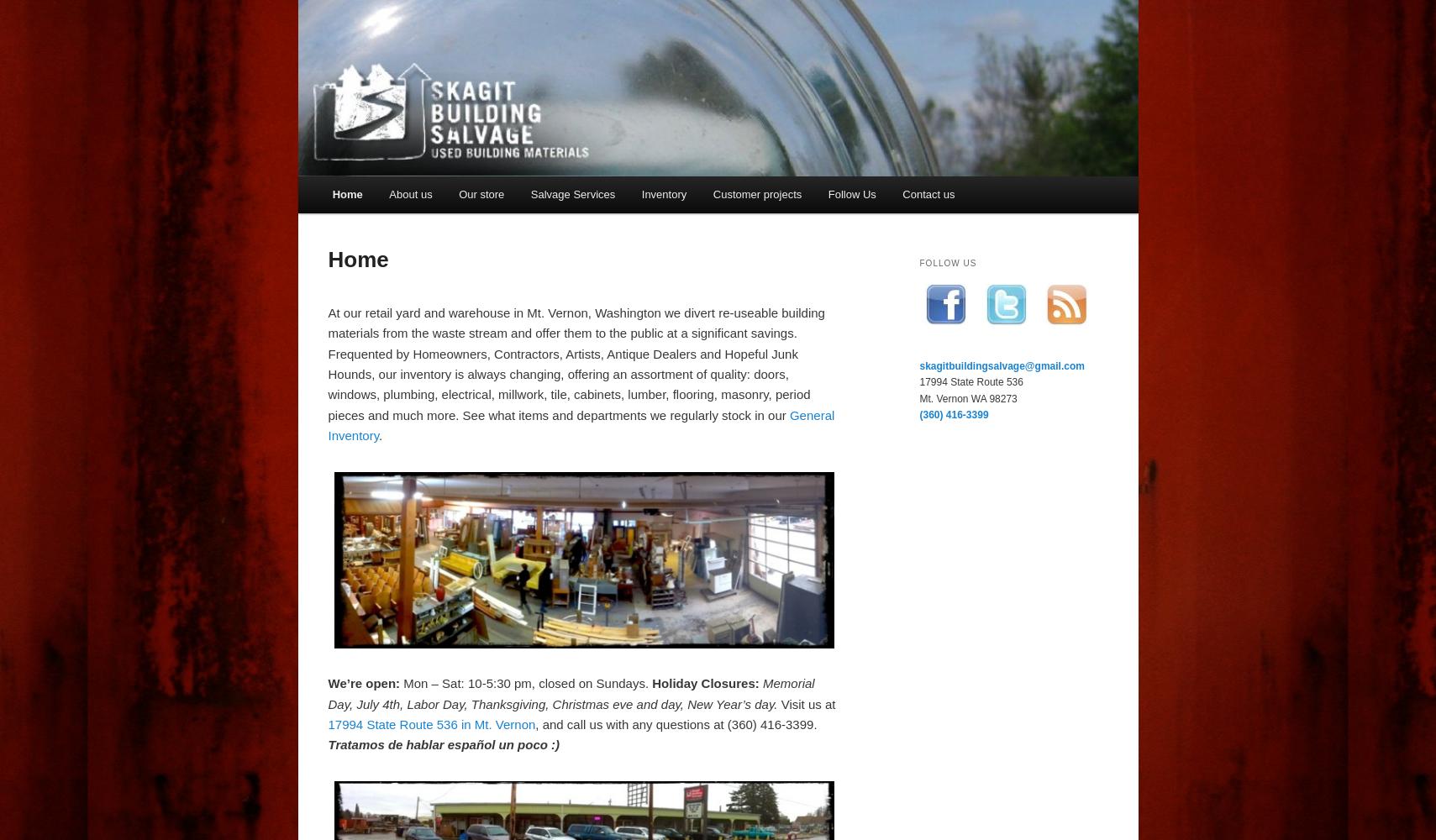  I want to click on ', and call us with any questions at (360) 416-3399.', so click(675, 723).